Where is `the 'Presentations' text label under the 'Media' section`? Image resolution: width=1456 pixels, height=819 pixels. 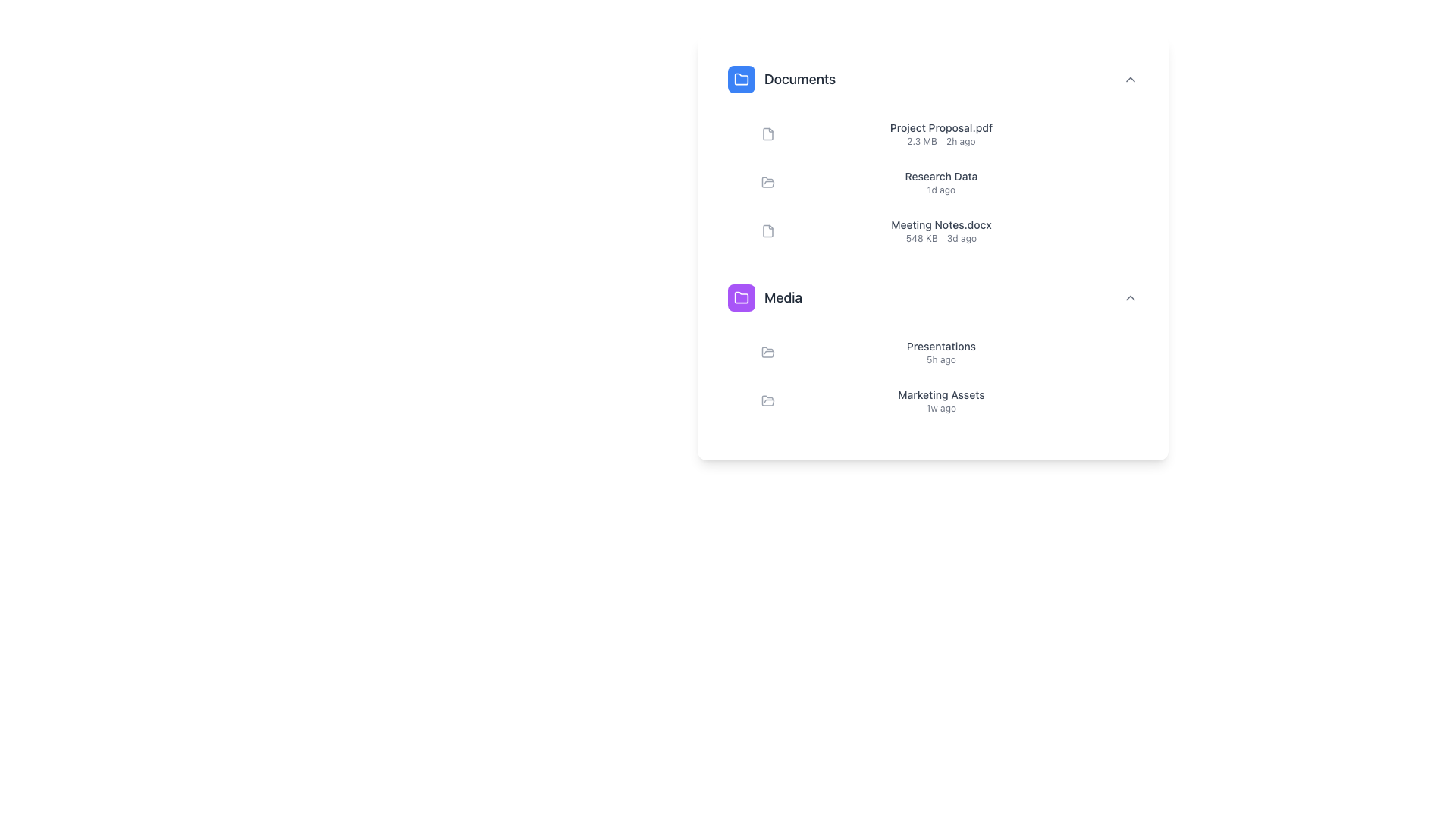
the 'Presentations' text label under the 'Media' section is located at coordinates (940, 346).